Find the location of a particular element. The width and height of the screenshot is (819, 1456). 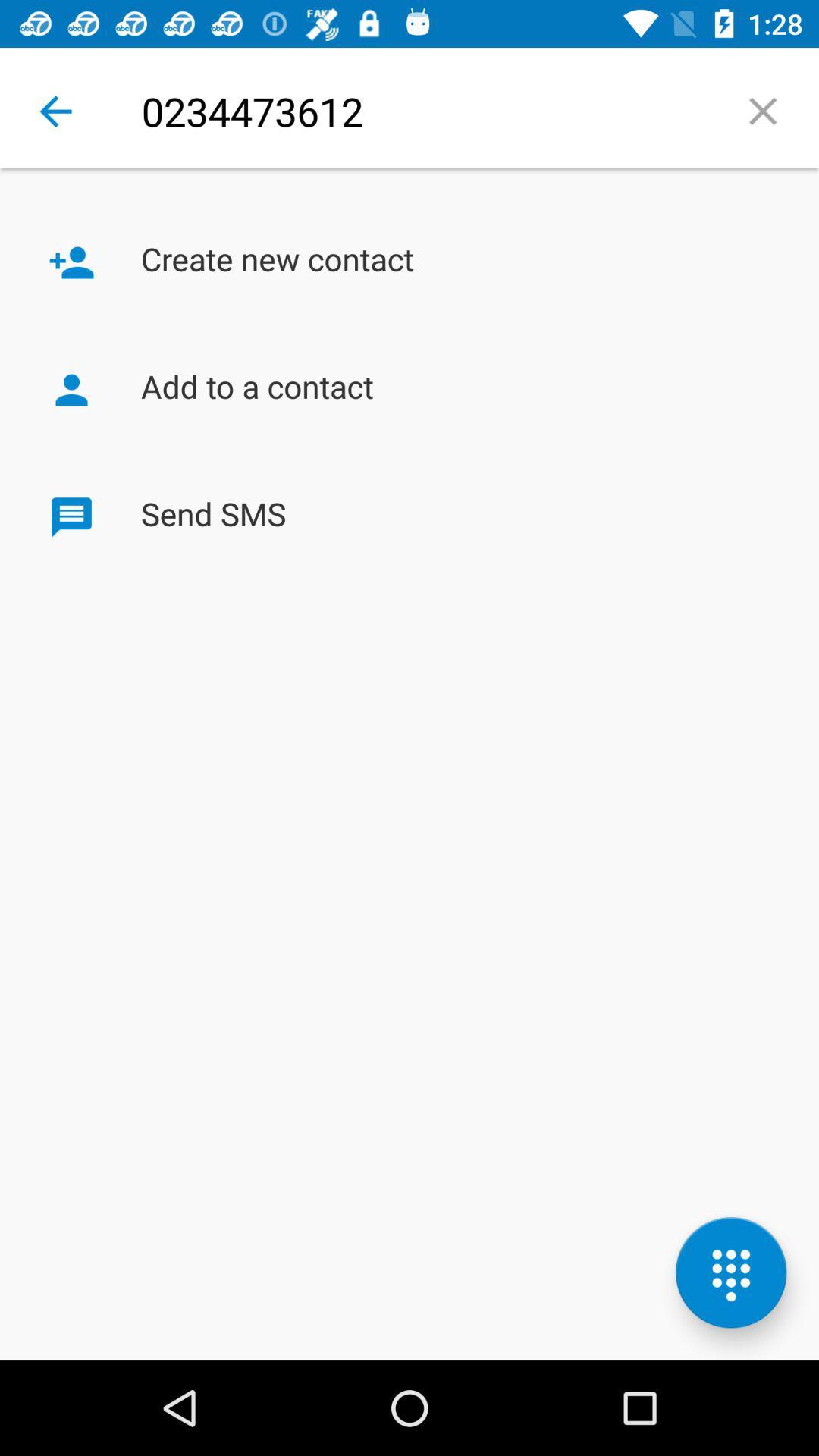

icon beside create new contact is located at coordinates (71, 262).